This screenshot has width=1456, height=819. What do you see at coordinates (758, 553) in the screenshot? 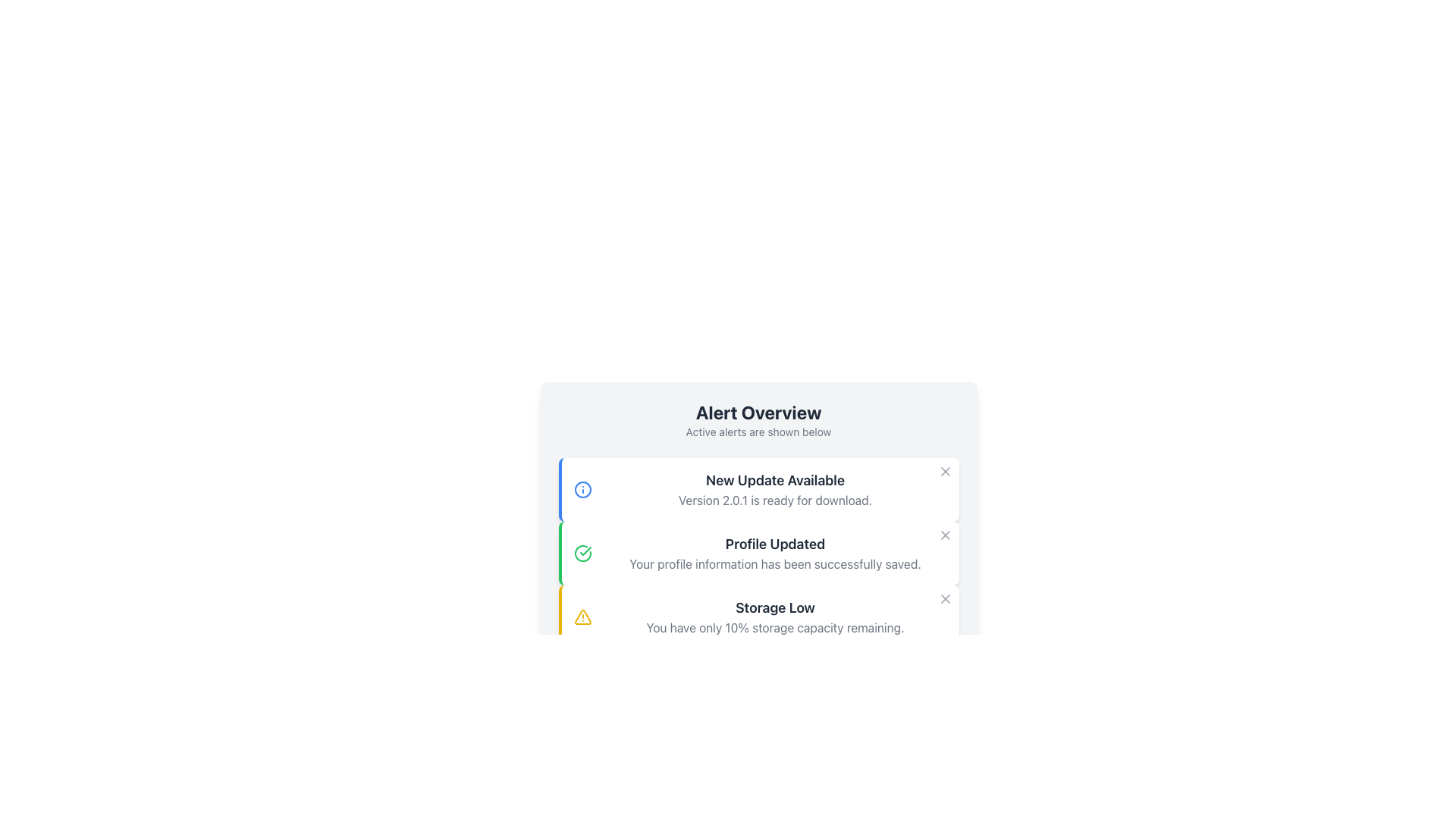
I see `the dismiss button on the Notification card that informs the user about a recent successful profile update, which is the middle card in a vertical list of three notifications` at bounding box center [758, 553].